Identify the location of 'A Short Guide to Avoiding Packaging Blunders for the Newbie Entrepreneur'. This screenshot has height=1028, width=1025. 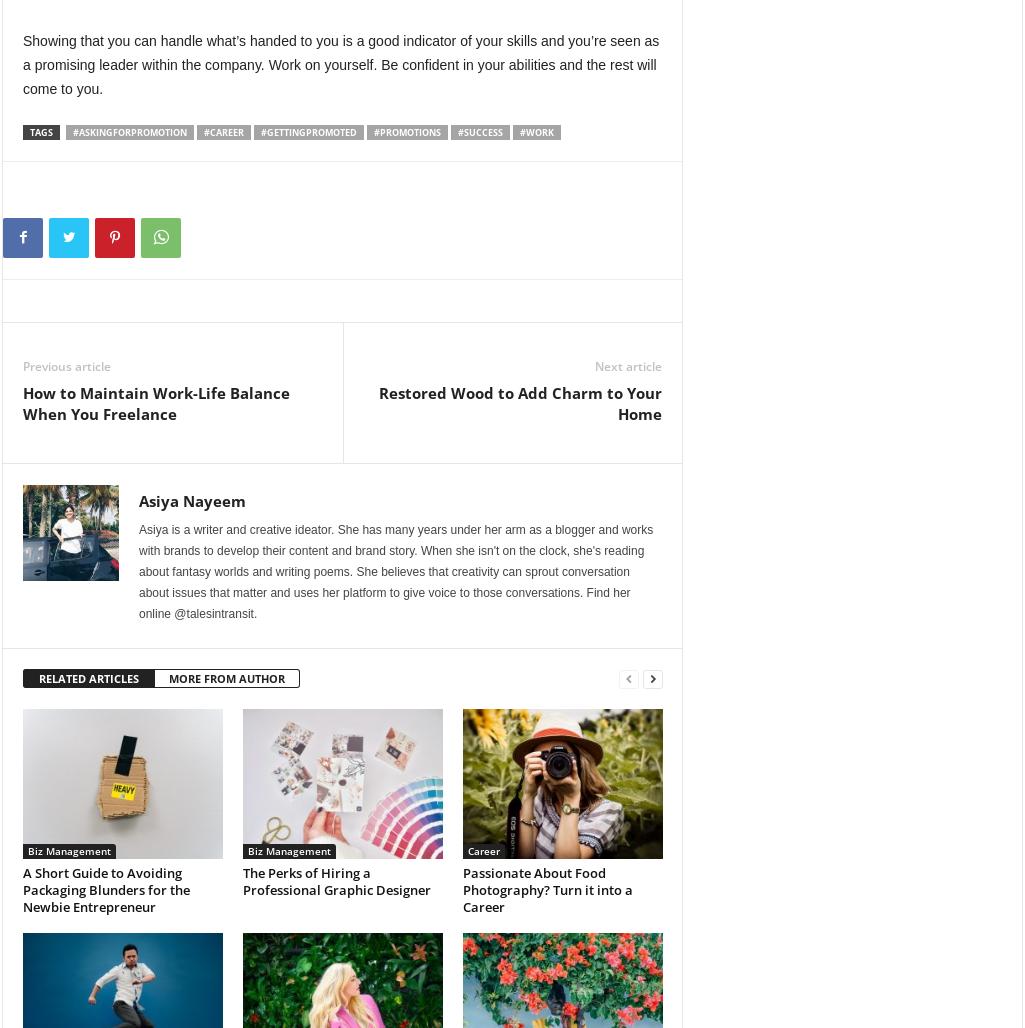
(106, 889).